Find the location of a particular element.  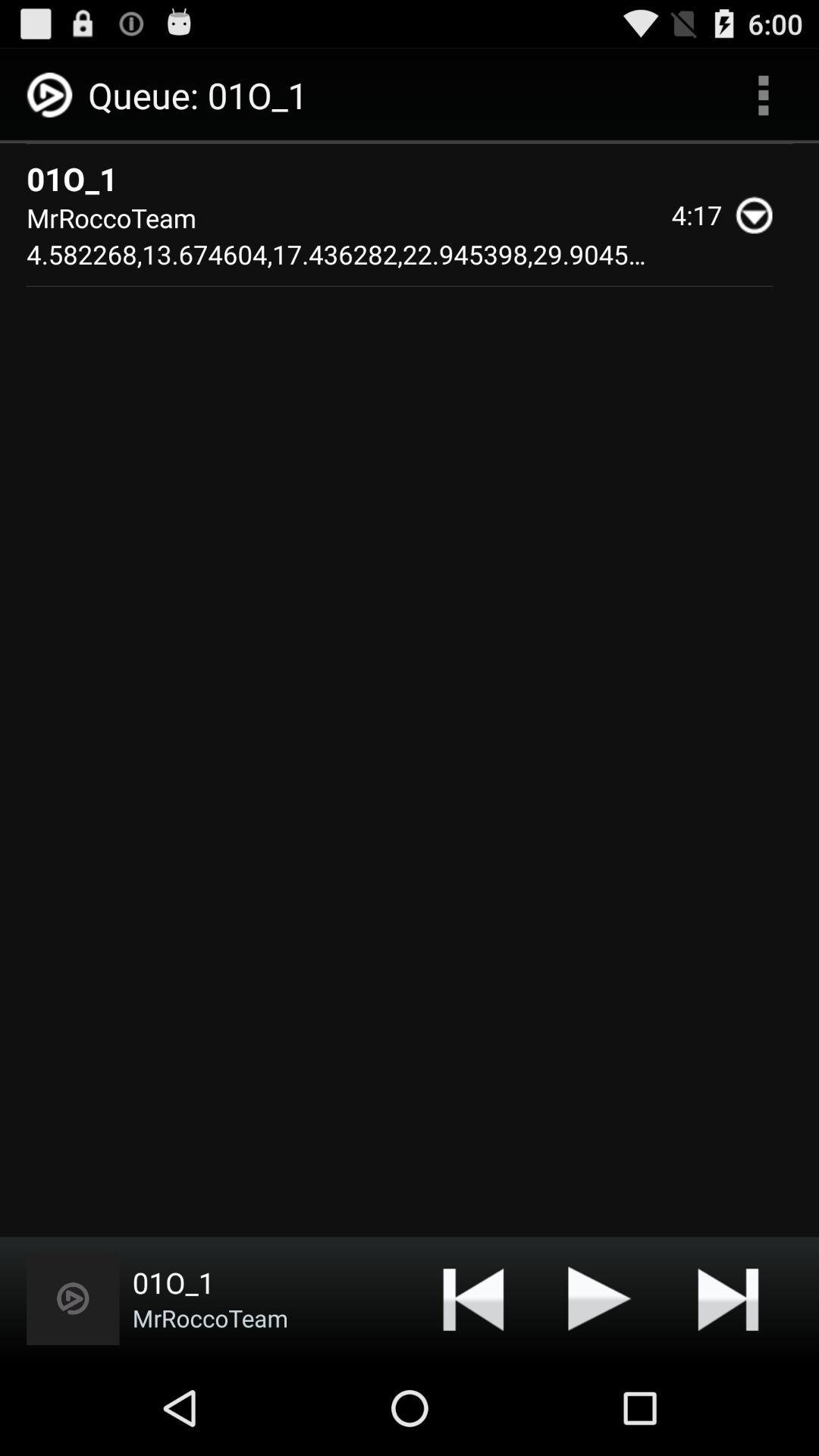

the icon below mrroccoteam 4 582268 icon is located at coordinates (599, 1298).